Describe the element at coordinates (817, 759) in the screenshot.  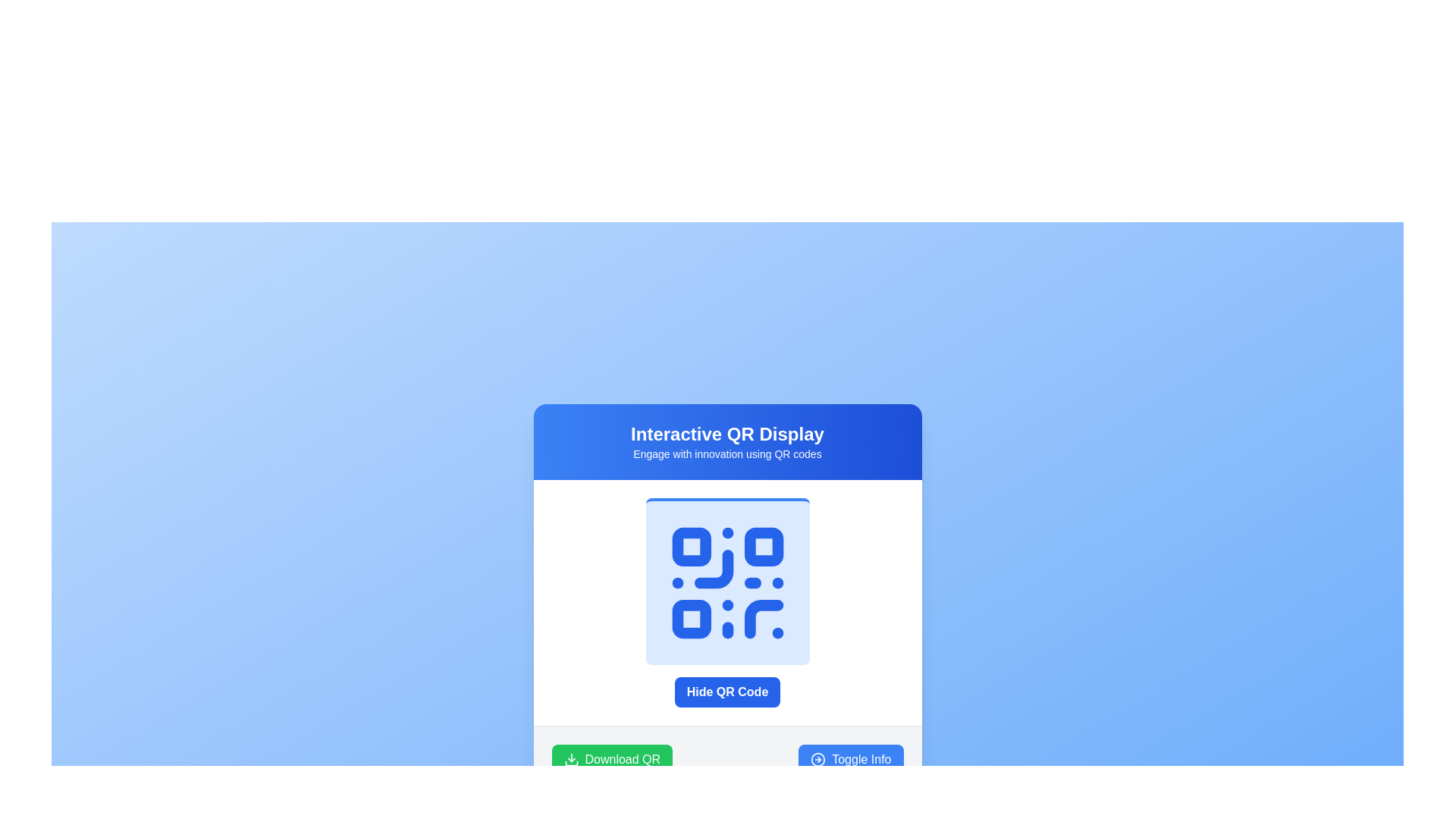
I see `the circular icon with a right-pointing arrow located to the left of the 'Toggle Info' text in the bottom-right section of the main interface block` at that location.